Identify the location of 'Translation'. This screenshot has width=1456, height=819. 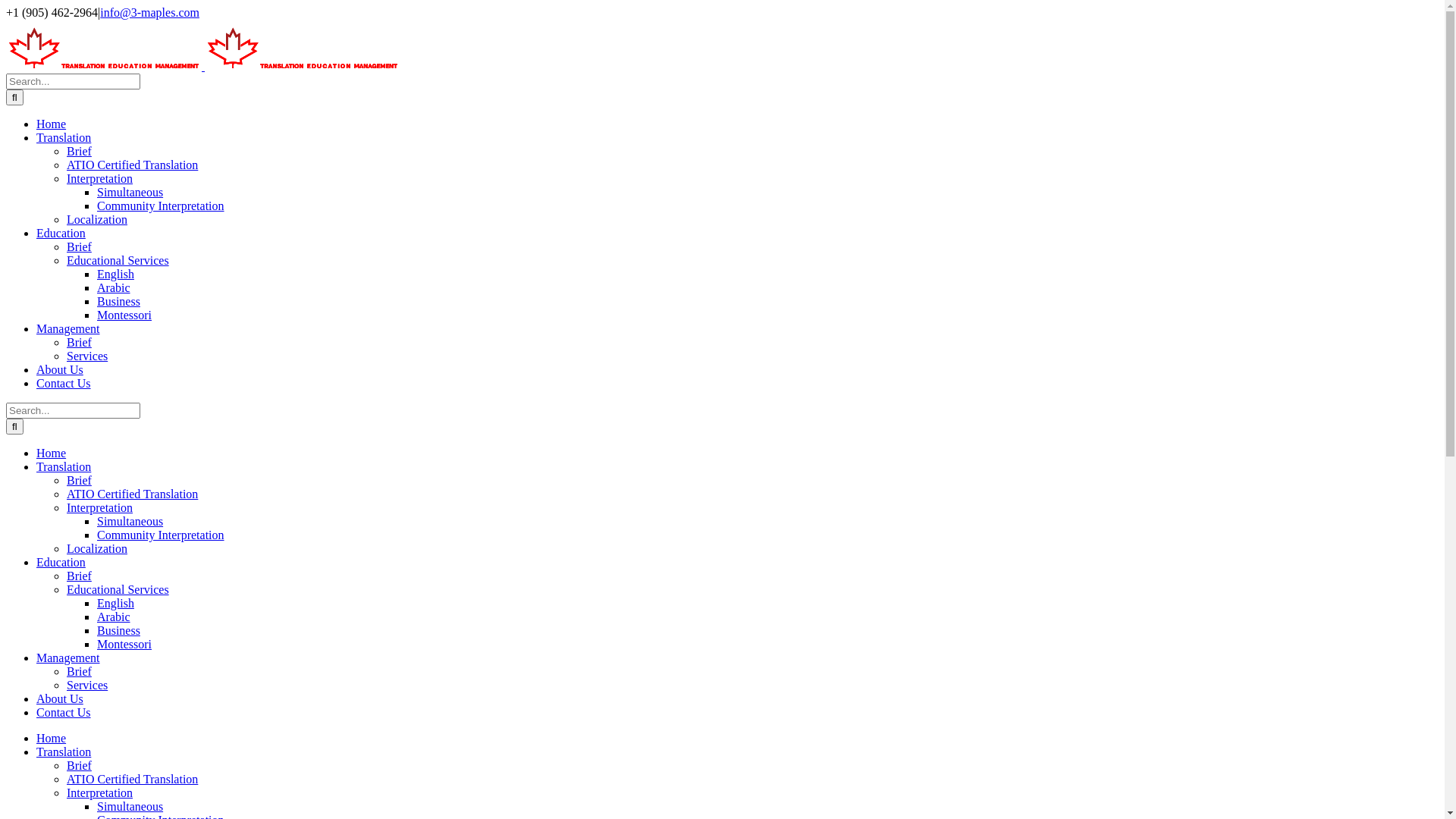
(62, 466).